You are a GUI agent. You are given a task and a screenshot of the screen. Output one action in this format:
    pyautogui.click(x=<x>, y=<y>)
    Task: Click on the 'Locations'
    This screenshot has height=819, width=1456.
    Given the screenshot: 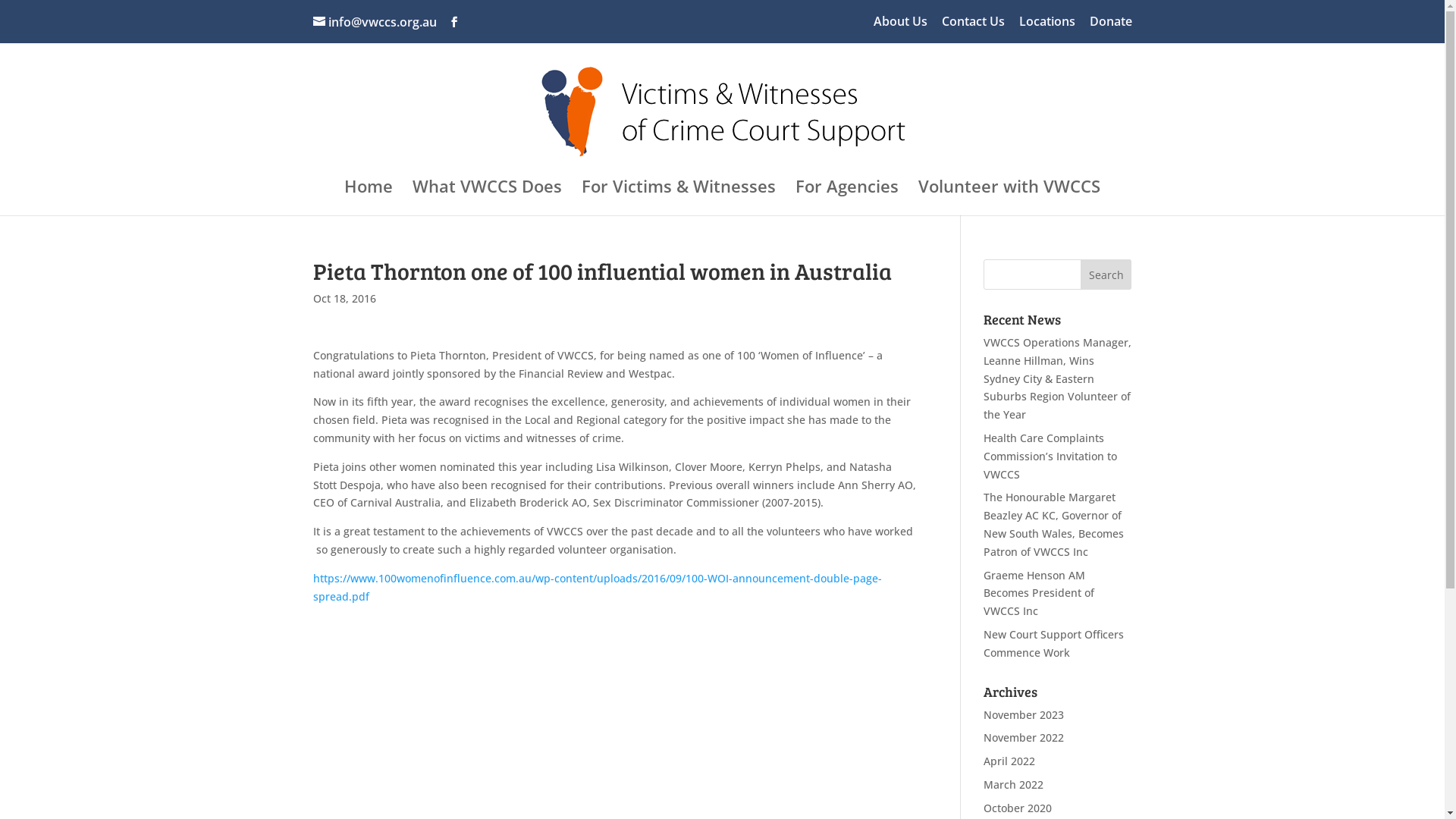 What is the action you would take?
    pyautogui.click(x=1019, y=26)
    